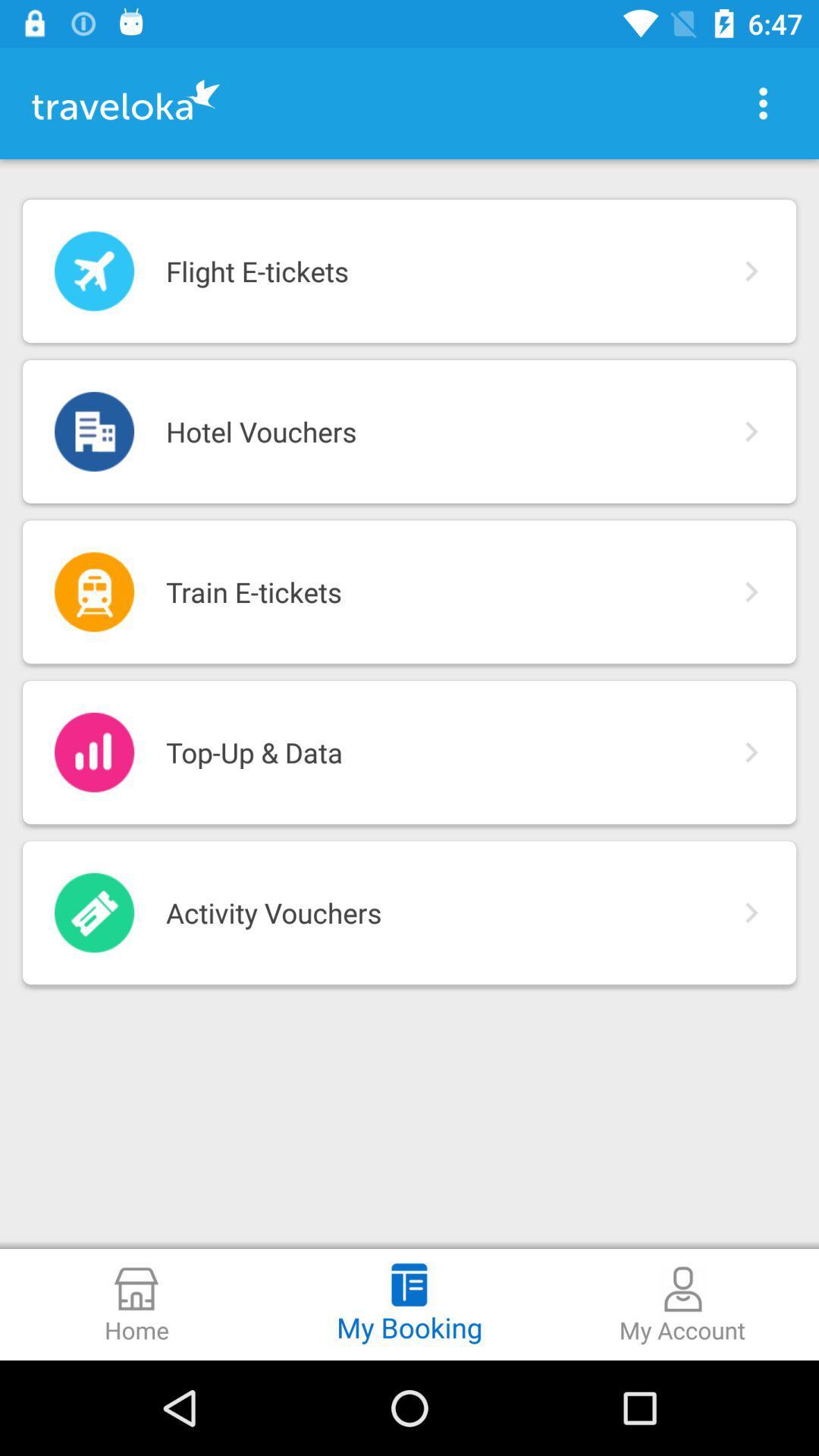 The image size is (819, 1456). Describe the element at coordinates (763, 102) in the screenshot. I see `clique para abri o menu` at that location.